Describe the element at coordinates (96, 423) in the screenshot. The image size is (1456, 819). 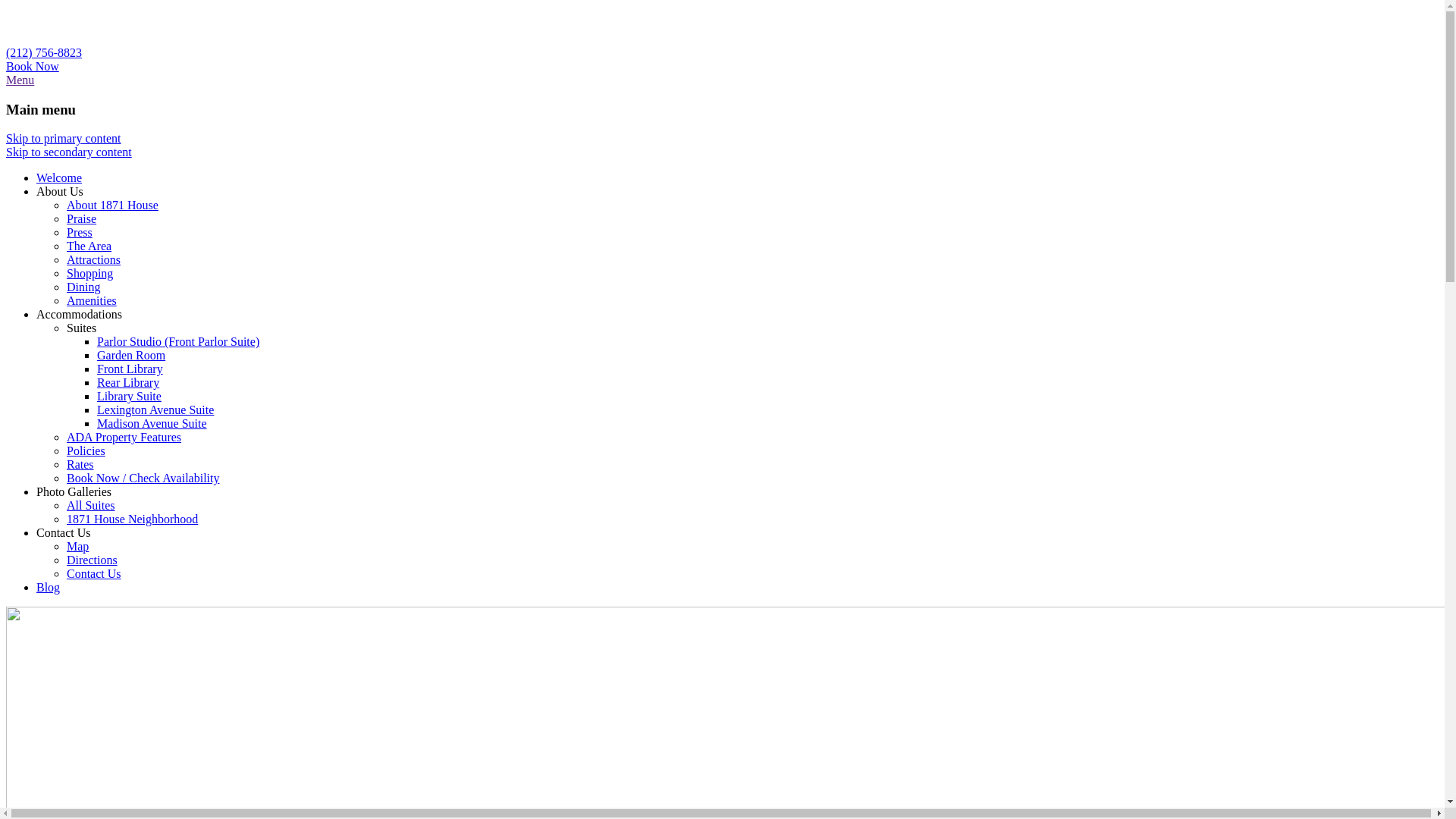
I see `'Madison Avenue Suite'` at that location.